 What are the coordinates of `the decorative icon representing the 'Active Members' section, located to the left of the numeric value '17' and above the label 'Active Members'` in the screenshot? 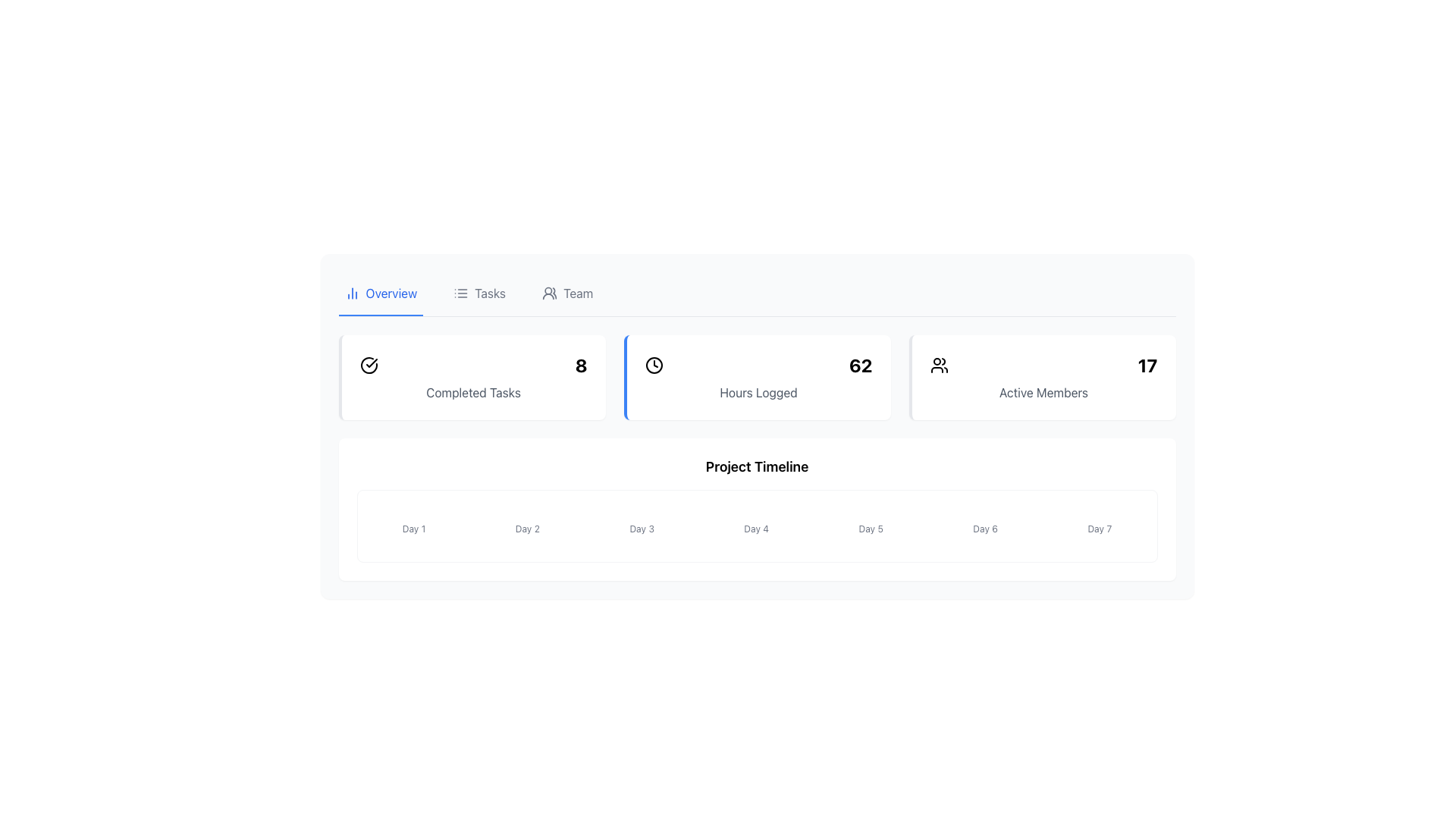 It's located at (938, 366).